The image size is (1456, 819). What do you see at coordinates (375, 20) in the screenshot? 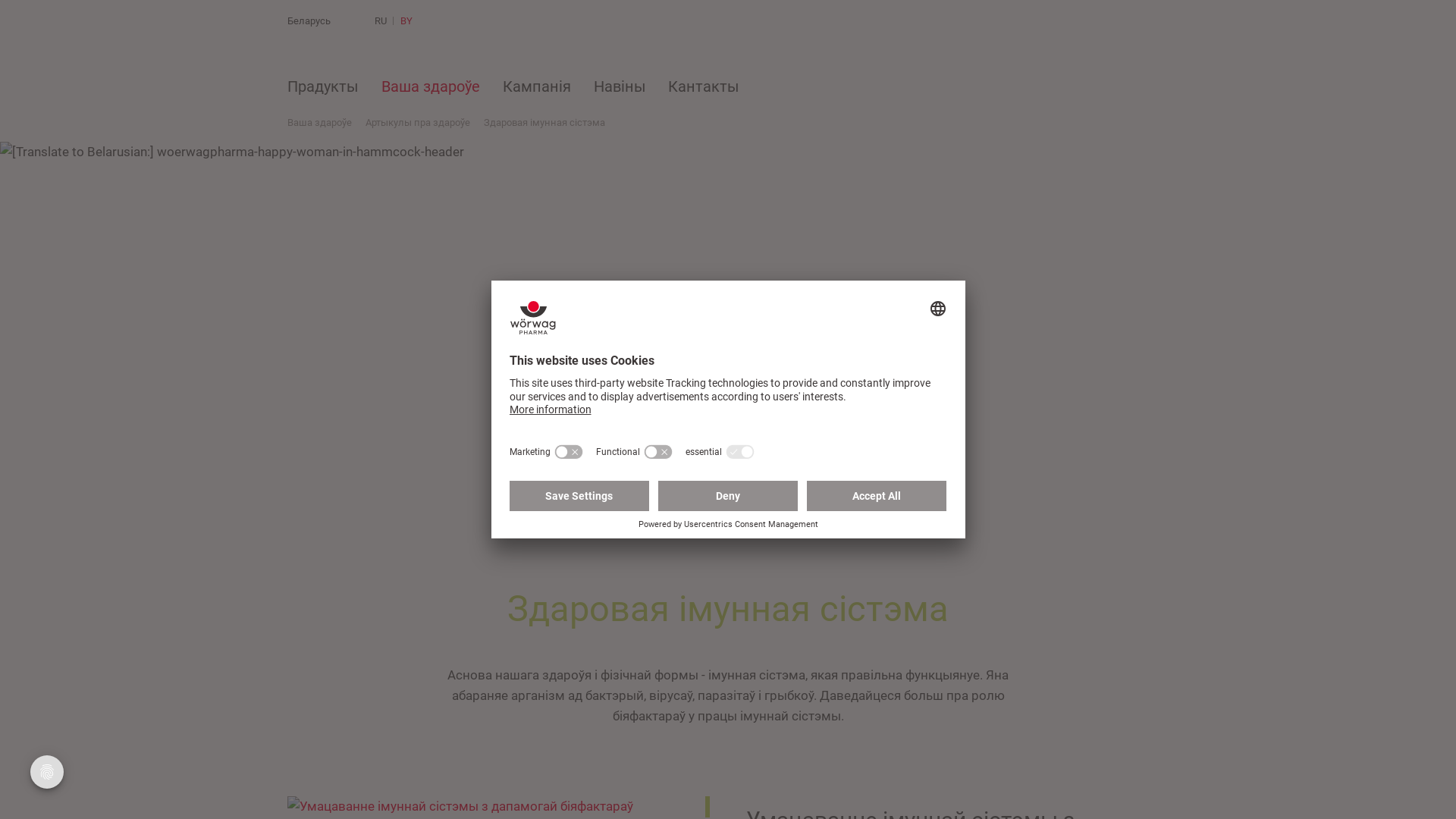
I see `'RU'` at bounding box center [375, 20].